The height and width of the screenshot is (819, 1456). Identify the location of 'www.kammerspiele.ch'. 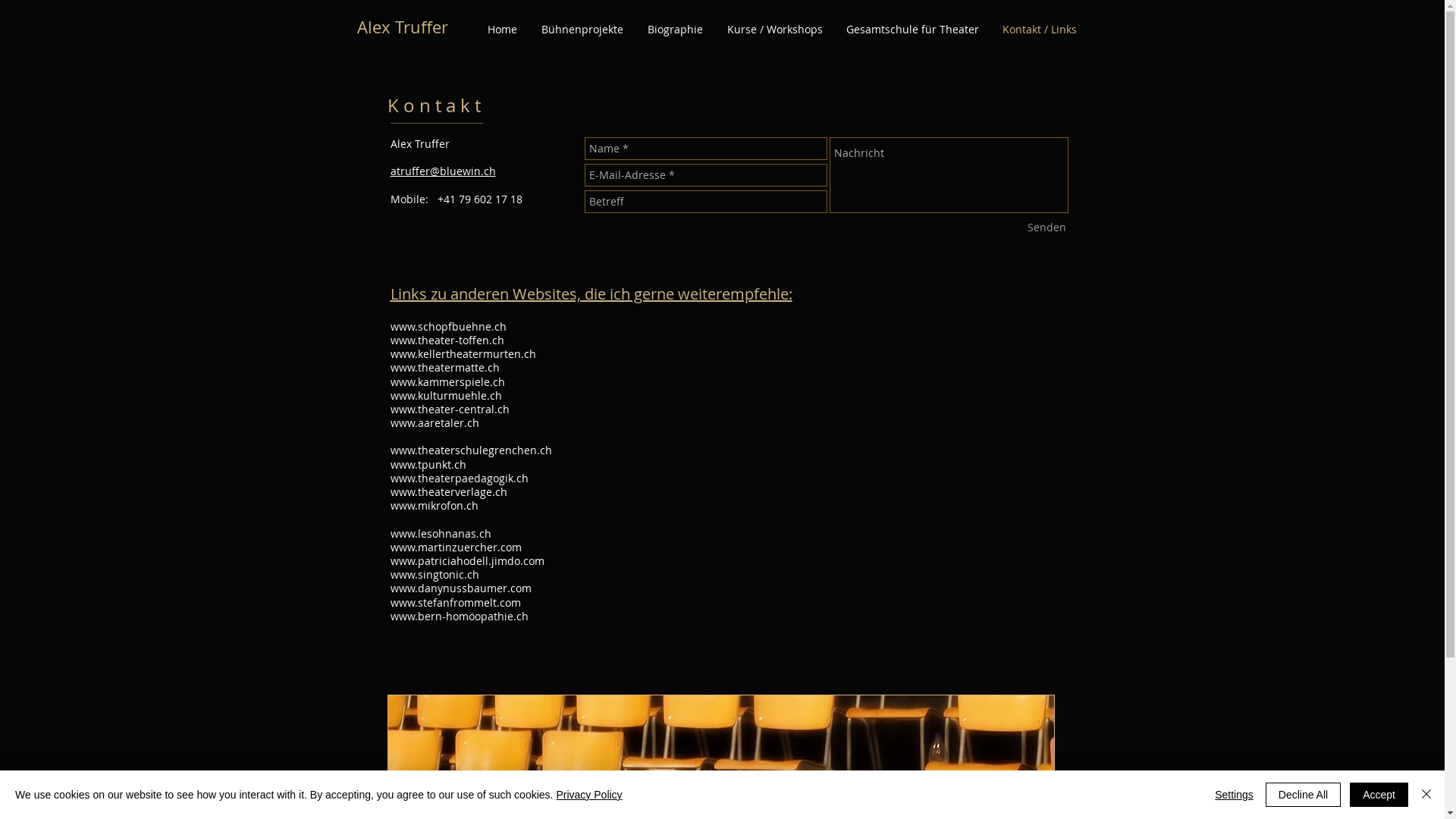
(446, 381).